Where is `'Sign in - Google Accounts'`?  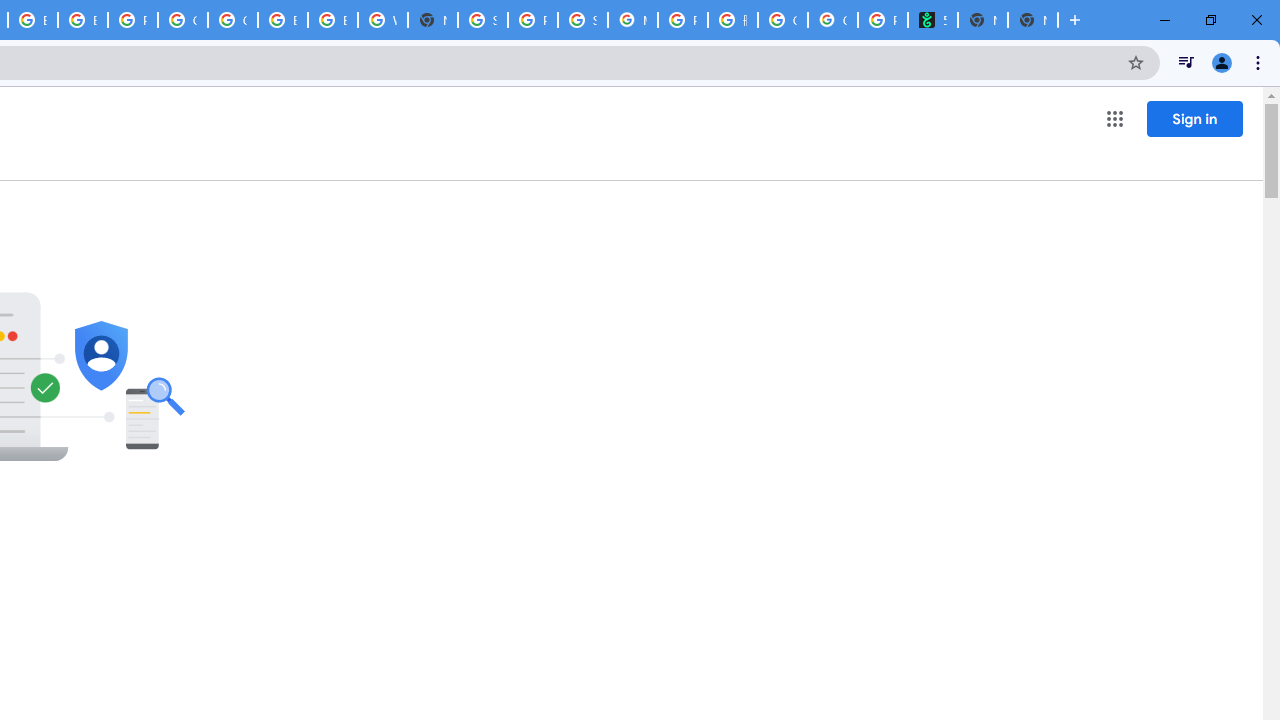 'Sign in - Google Accounts' is located at coordinates (483, 20).